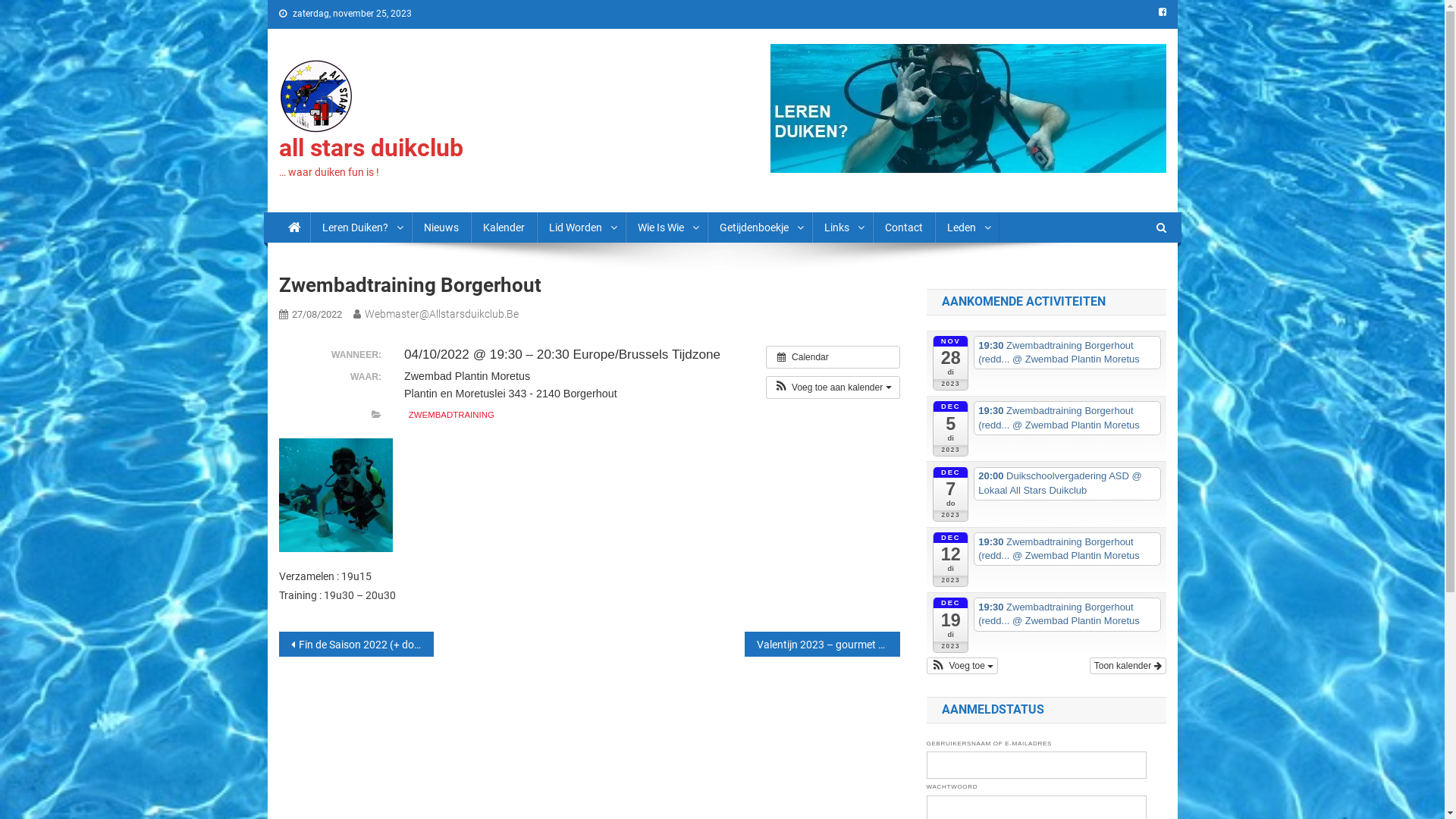  I want to click on 'Webmaster@Allstarsduikclub.Be', so click(440, 312).